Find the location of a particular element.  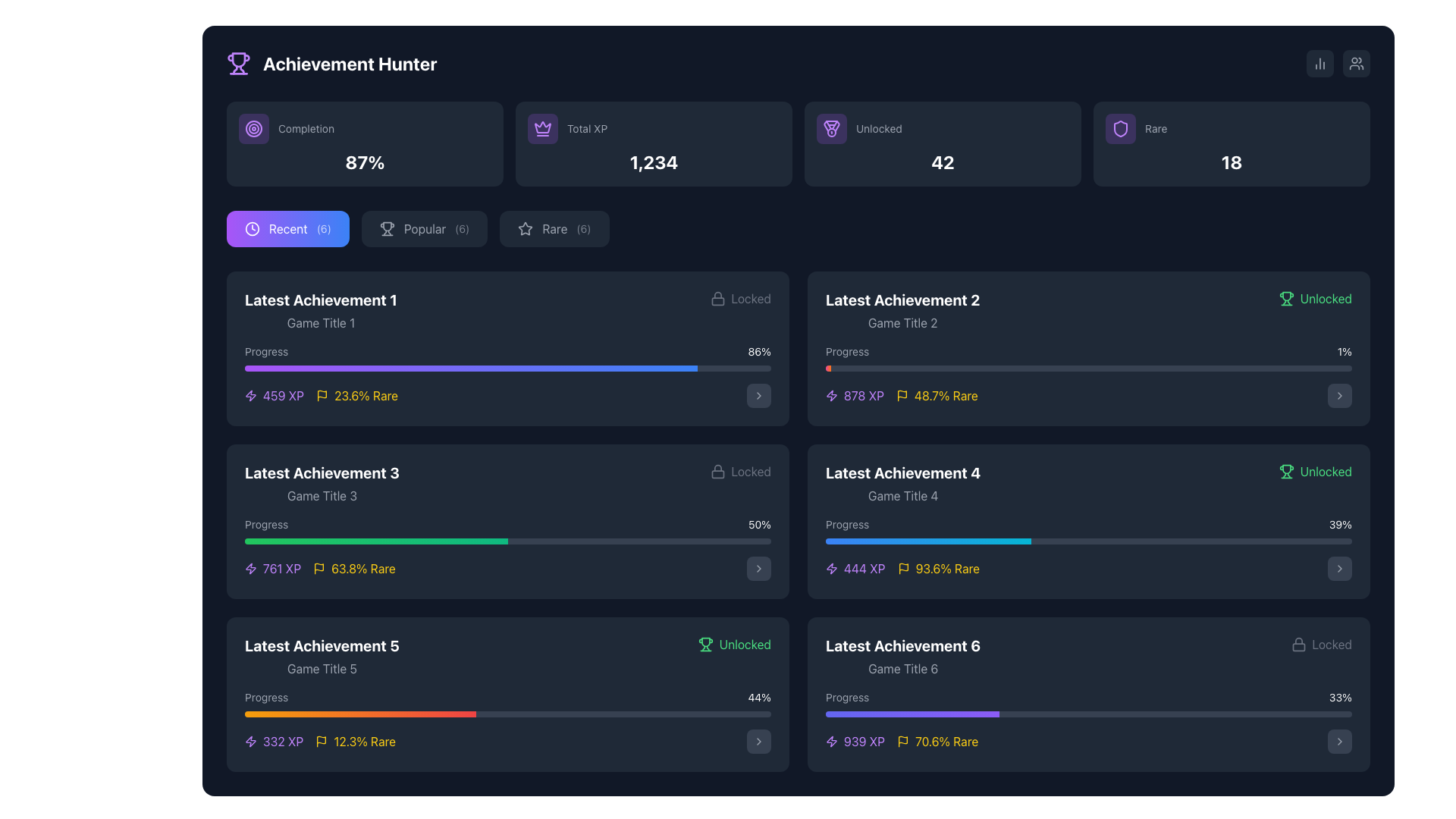

the progress bar styled with a gradient from amber to red, located in the 'Latest Achievement 5' section, which displays 'Progress' on the left and '44%' on the right is located at coordinates (508, 704).